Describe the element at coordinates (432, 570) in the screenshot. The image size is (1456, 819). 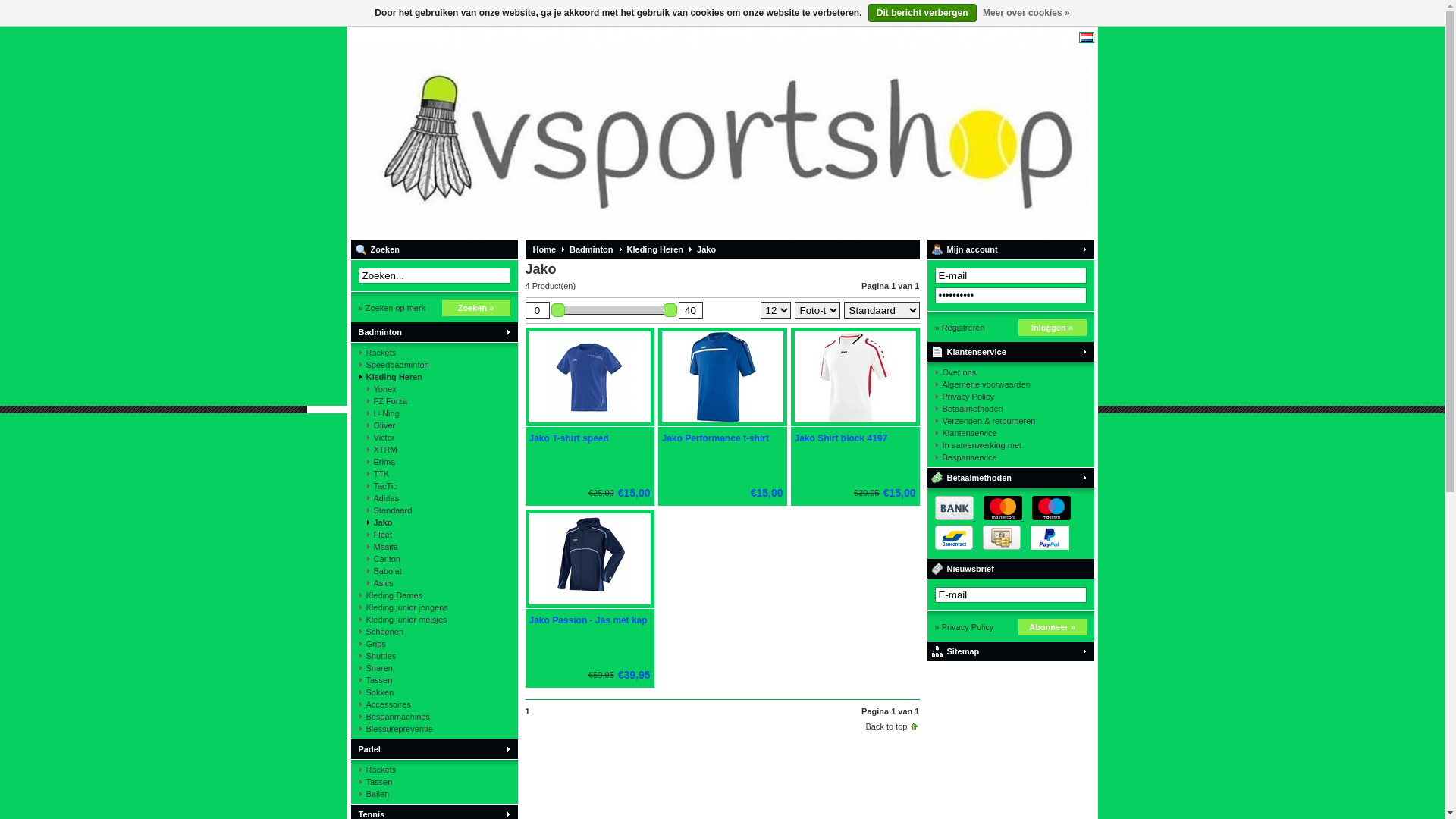
I see `'Babolat'` at that location.